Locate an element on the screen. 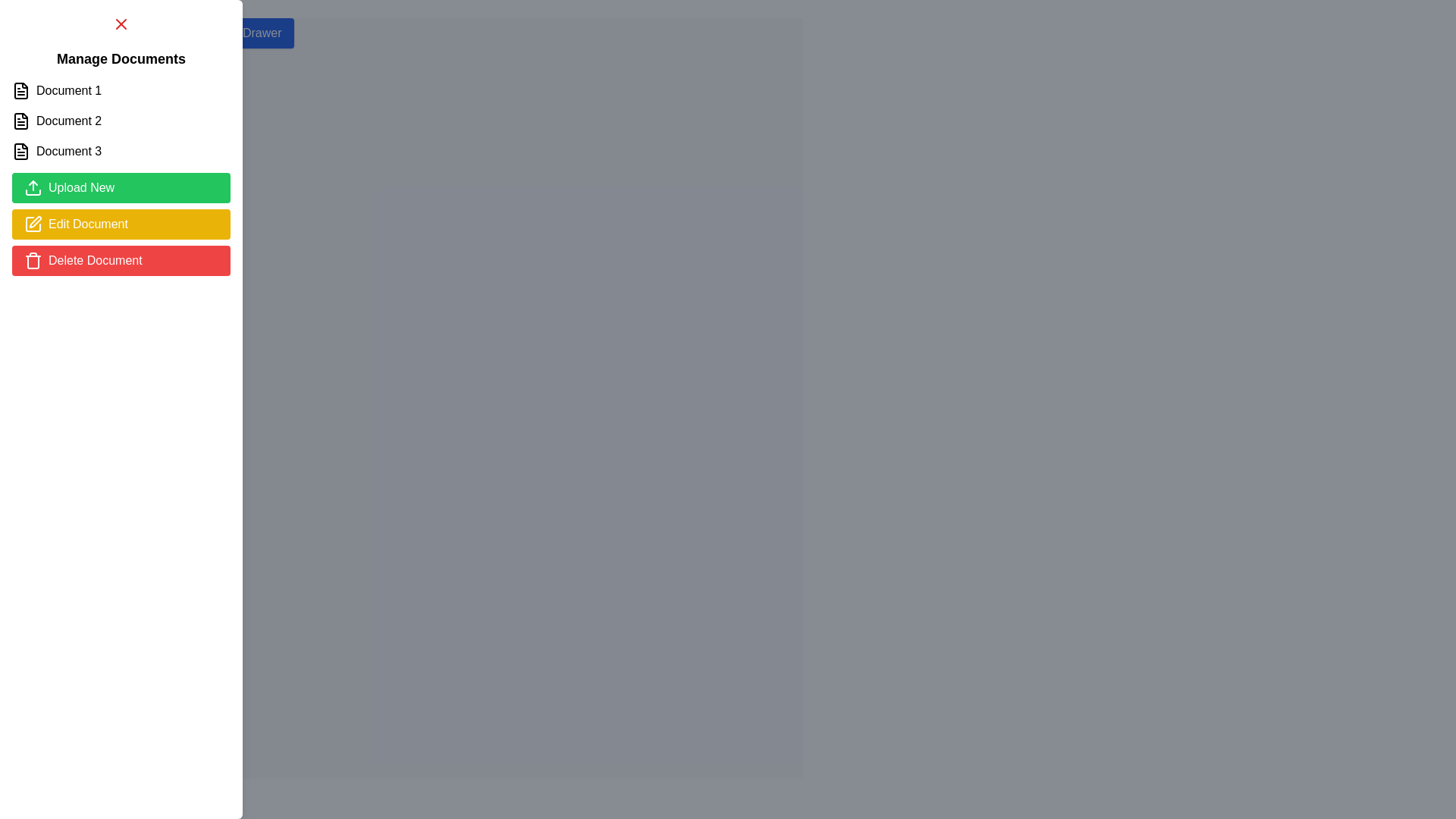  the icon representing 'Document 3', located near the top-middle of the left-side navigation panel, to the left of the text 'Document 3' is located at coordinates (21, 152).